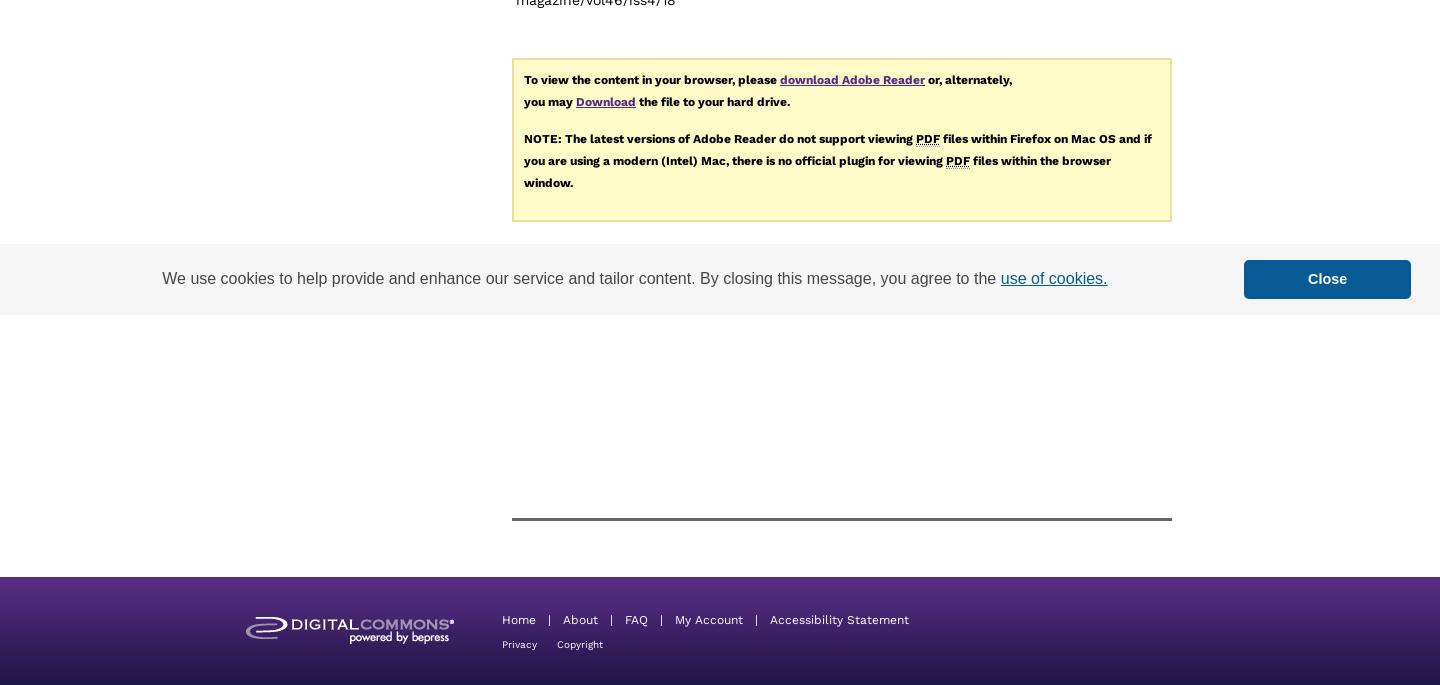 Image resolution: width=1440 pixels, height=685 pixels. Describe the element at coordinates (580, 642) in the screenshot. I see `'Copyright'` at that location.